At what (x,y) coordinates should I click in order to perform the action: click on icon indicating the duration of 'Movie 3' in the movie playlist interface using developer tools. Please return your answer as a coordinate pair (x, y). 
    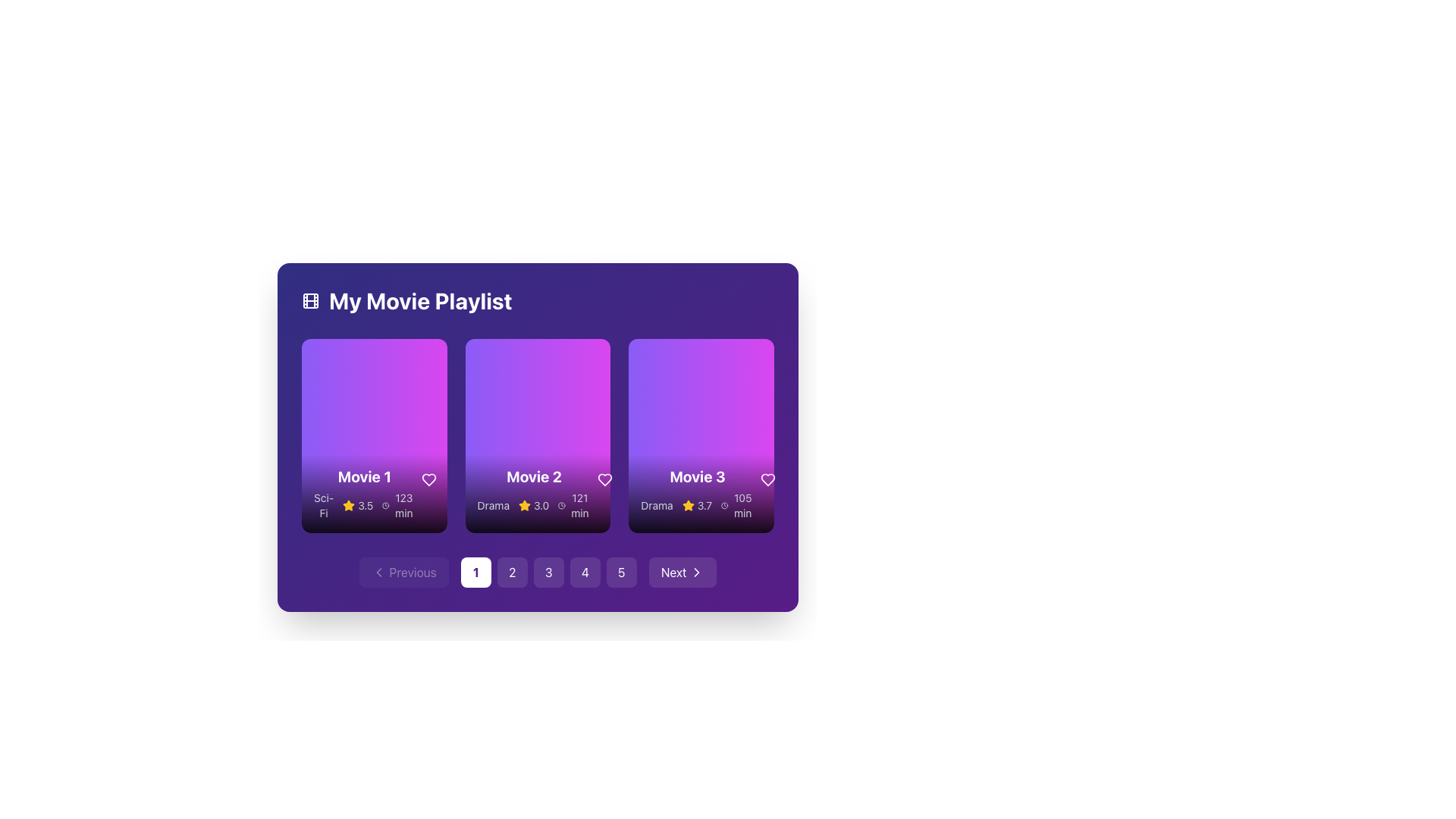
    Looking at the image, I should click on (723, 506).